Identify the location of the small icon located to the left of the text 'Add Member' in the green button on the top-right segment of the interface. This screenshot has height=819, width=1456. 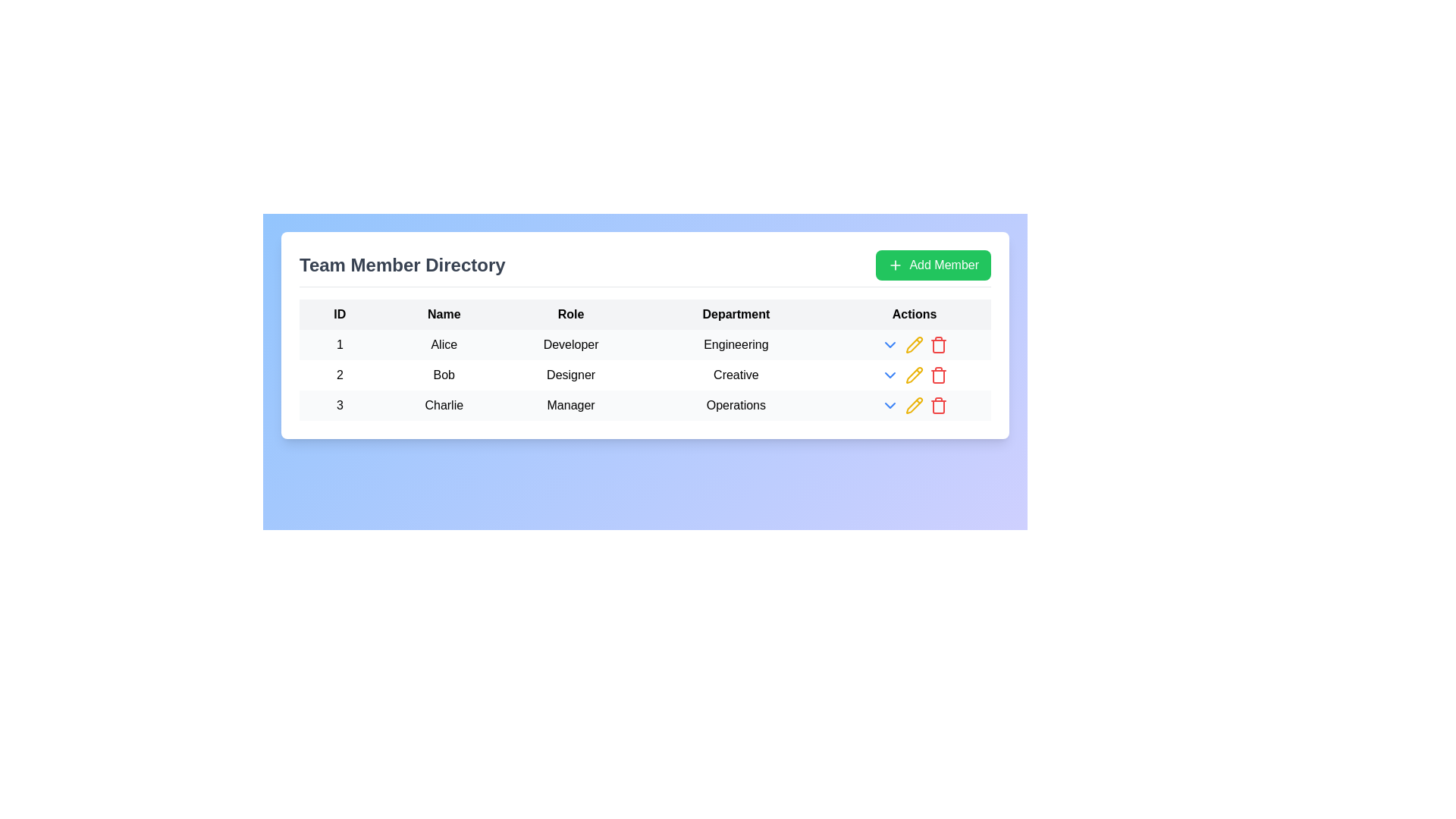
(896, 265).